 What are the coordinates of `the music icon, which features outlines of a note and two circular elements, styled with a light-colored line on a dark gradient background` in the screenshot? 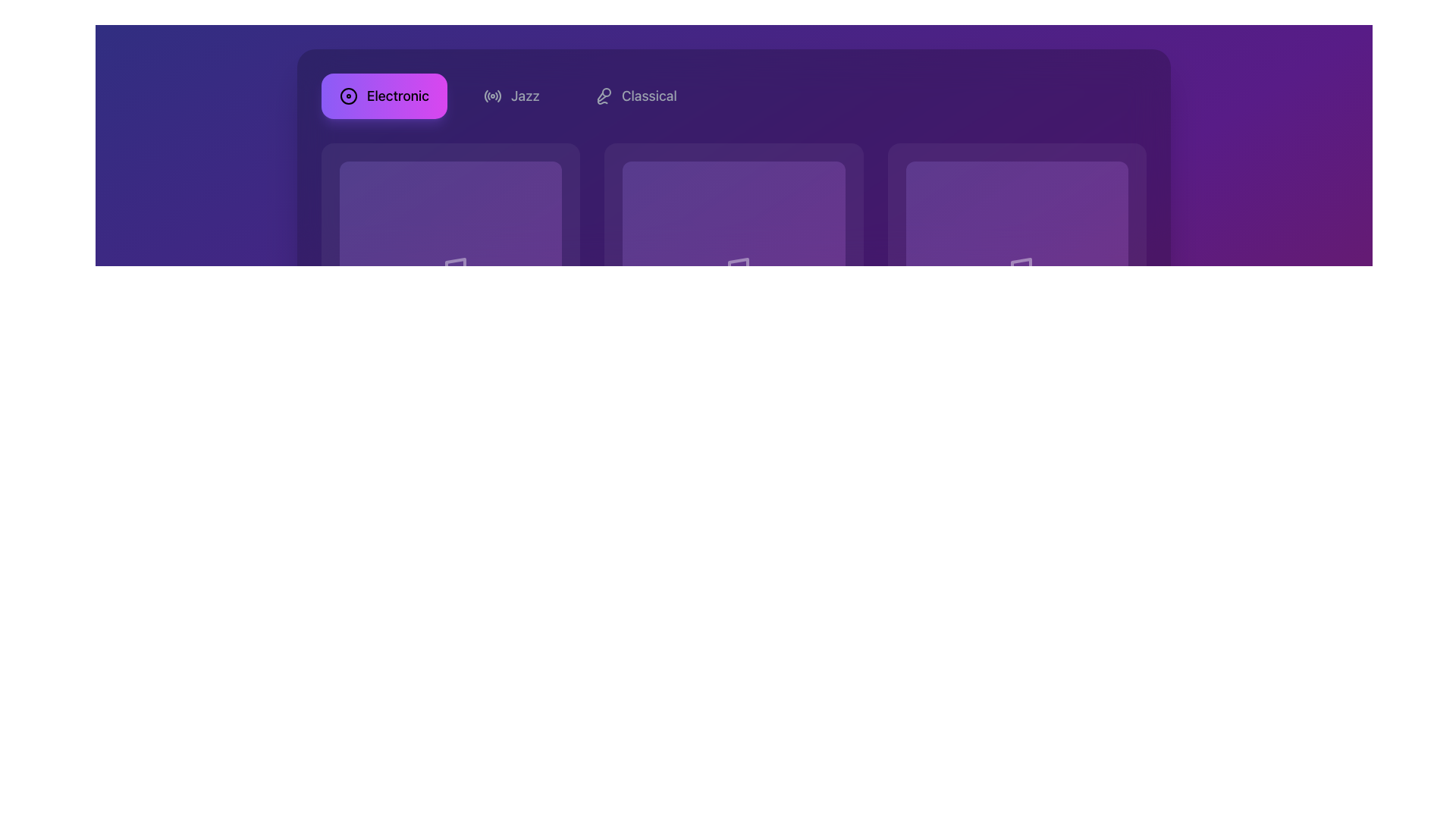 It's located at (450, 271).